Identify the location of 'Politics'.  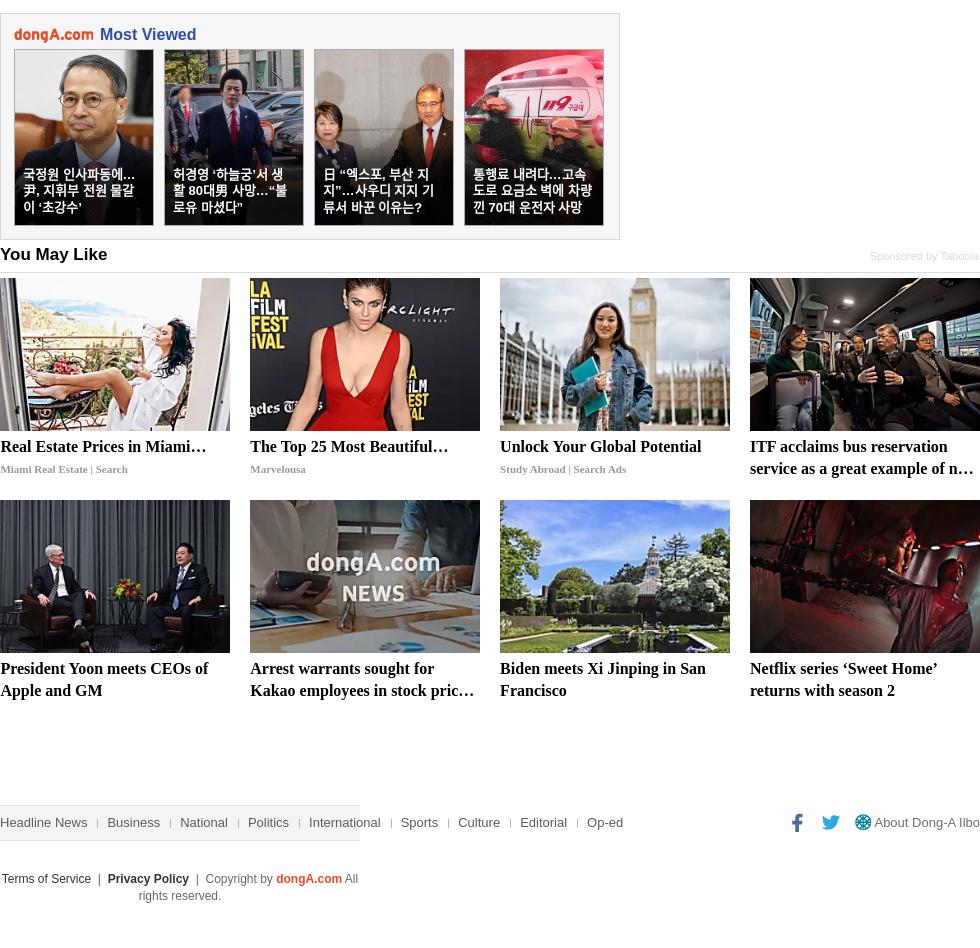
(268, 822).